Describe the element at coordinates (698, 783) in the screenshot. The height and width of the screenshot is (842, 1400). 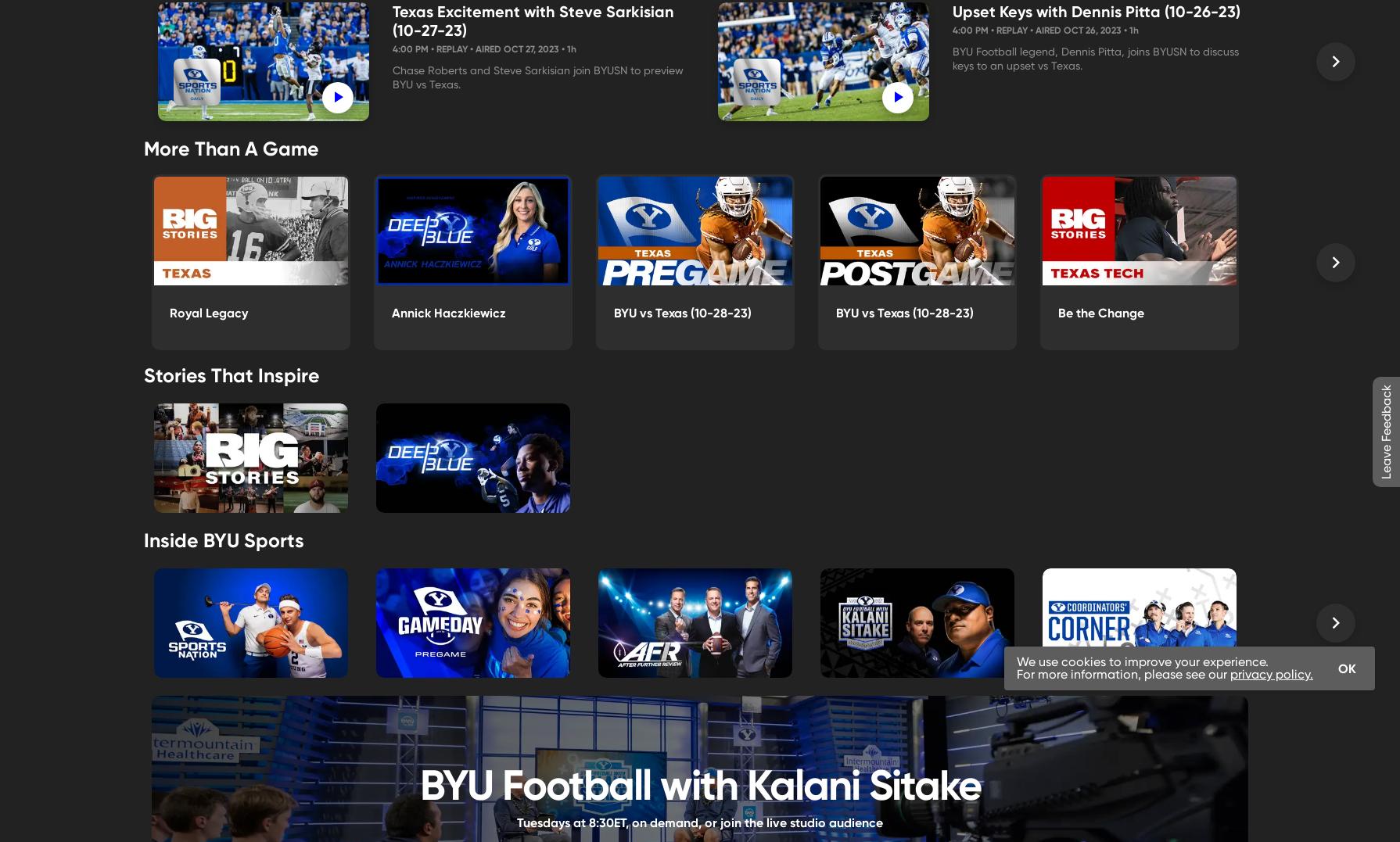
I see `'BYU Football with Kalani Sitake'` at that location.